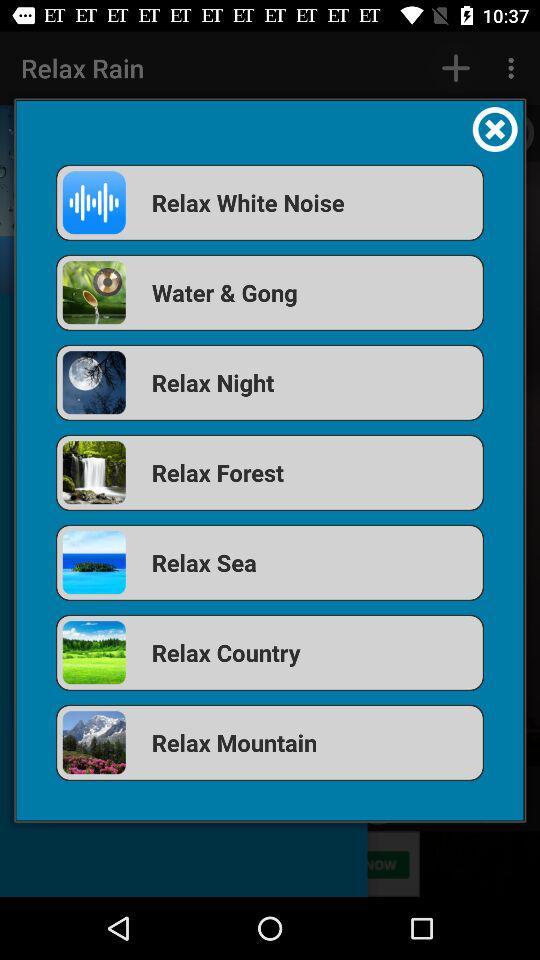 The width and height of the screenshot is (540, 960). Describe the element at coordinates (270, 202) in the screenshot. I see `relax white noise app` at that location.